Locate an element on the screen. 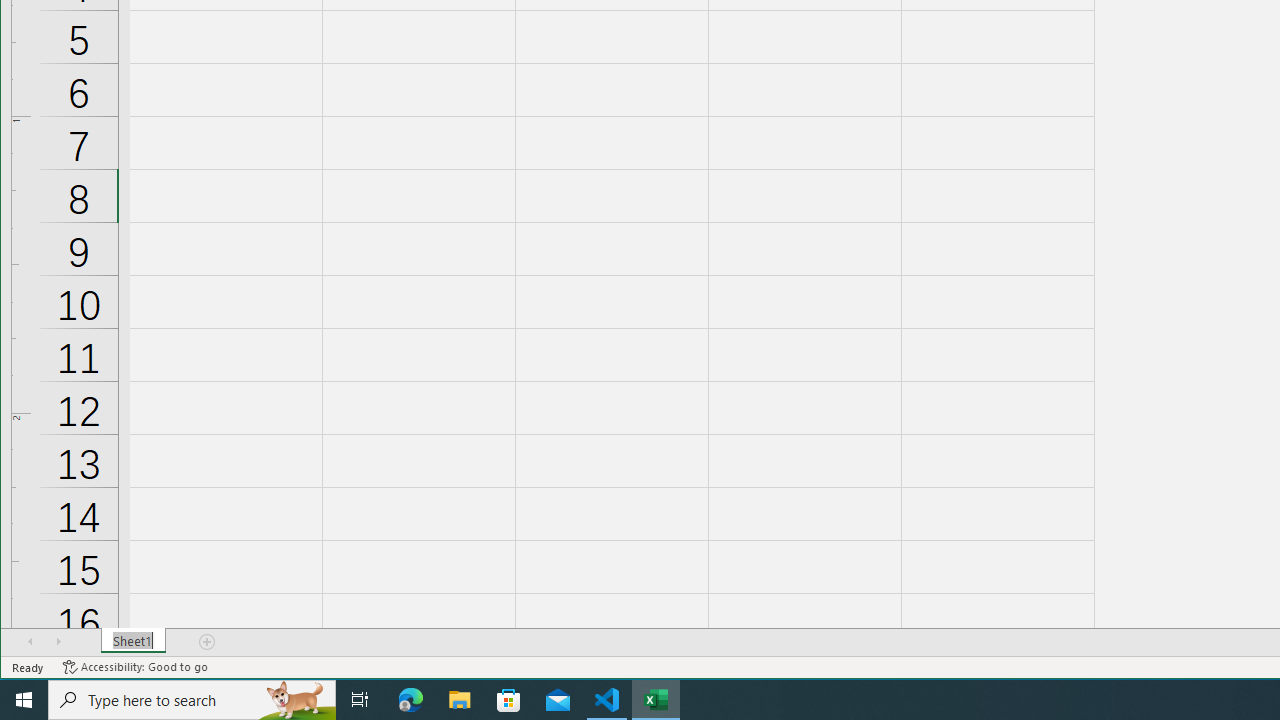 Image resolution: width=1280 pixels, height=720 pixels. 'File Explorer' is located at coordinates (459, 698).